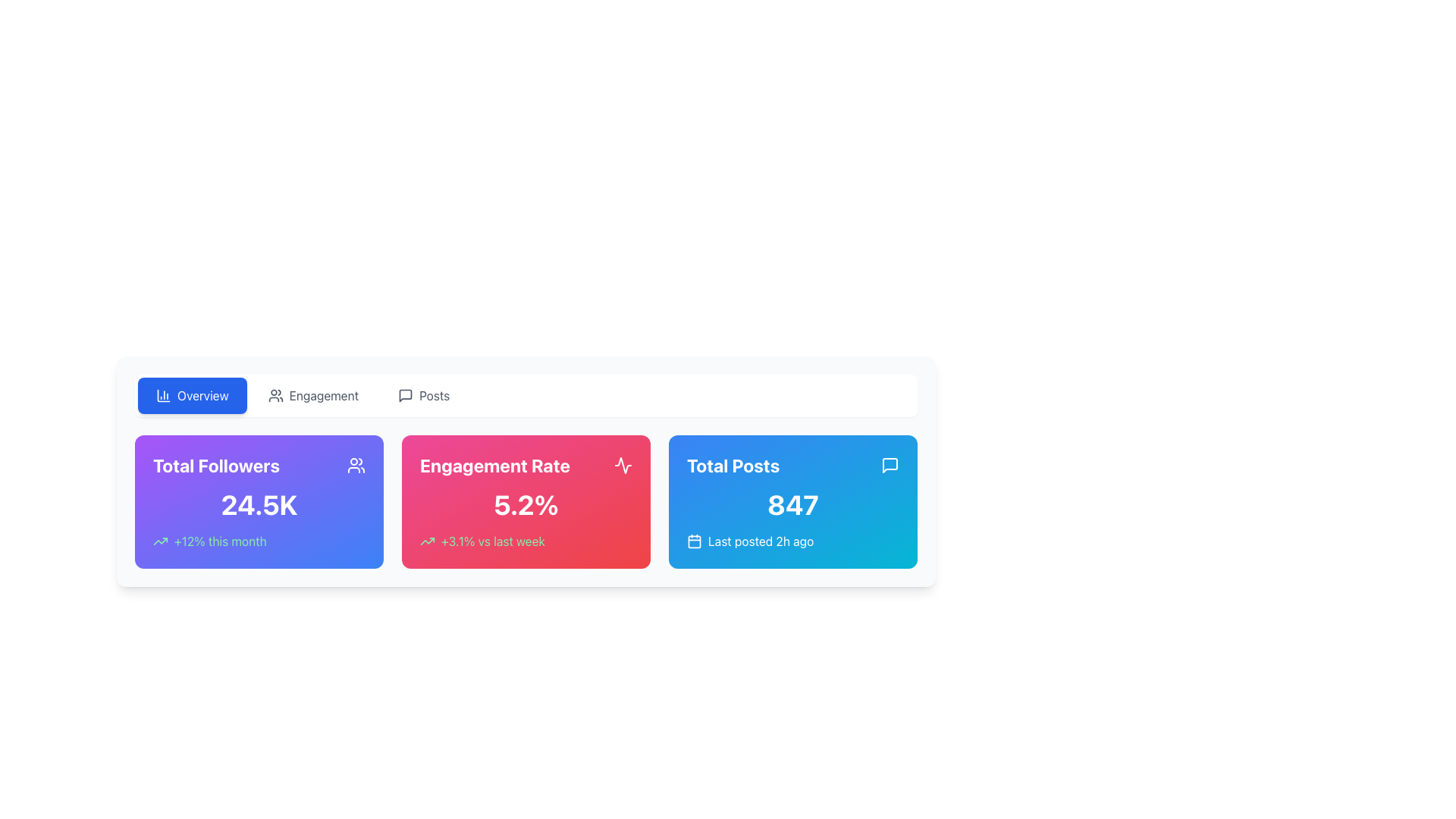 This screenshot has height=819, width=1456. I want to click on the Informational Card that displays the engagement rate metric, positioned in the middle of three cards in a grid layout, so click(526, 502).